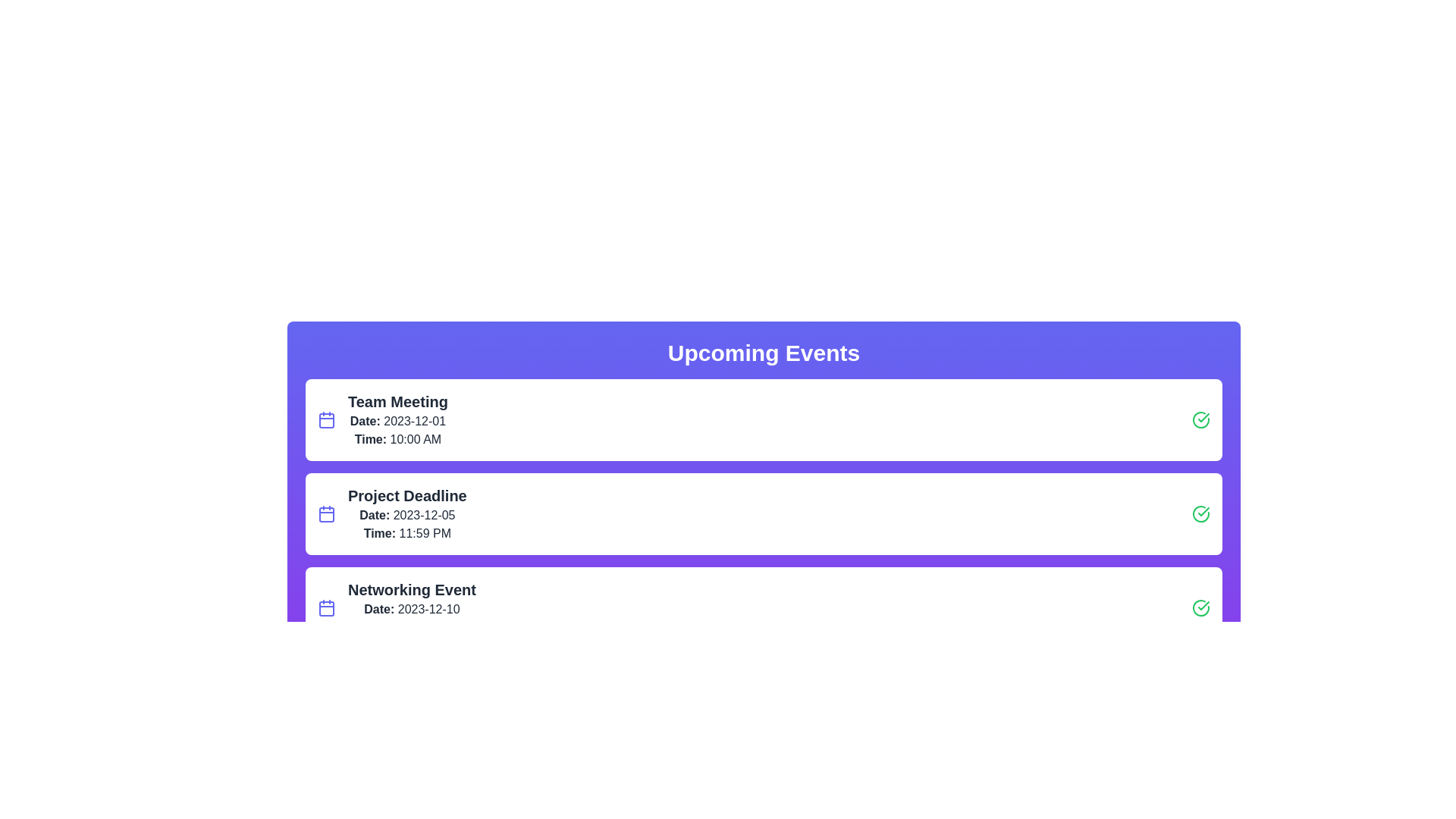 The image size is (1456, 819). I want to click on the green circular icon with a check mark inside, located on the rightmost side of the first card titled 'Team Meeting' in the 'Upcoming Events' section, so click(1200, 420).